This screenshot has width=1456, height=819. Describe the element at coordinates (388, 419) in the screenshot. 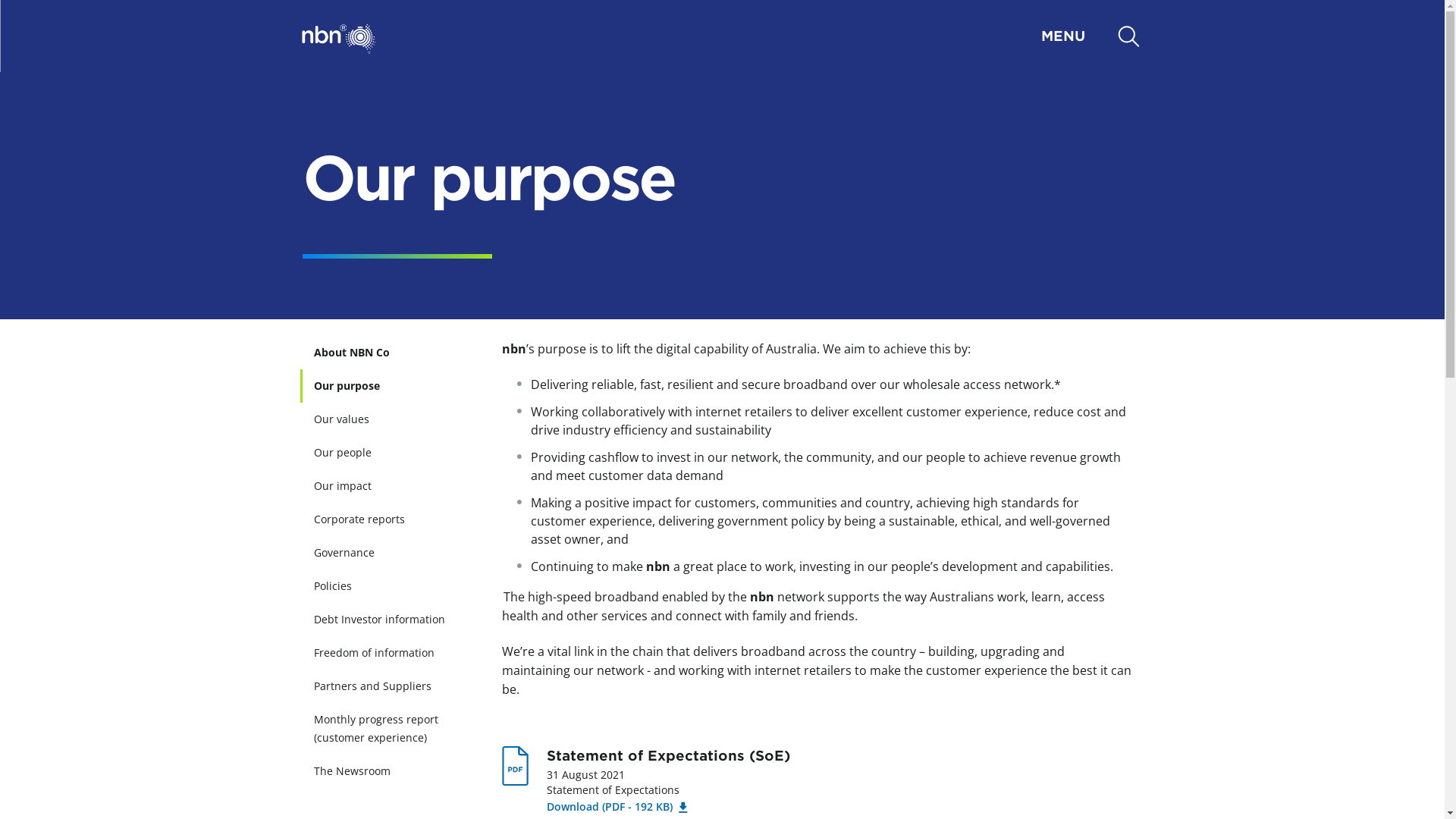

I see `'Our values'` at that location.